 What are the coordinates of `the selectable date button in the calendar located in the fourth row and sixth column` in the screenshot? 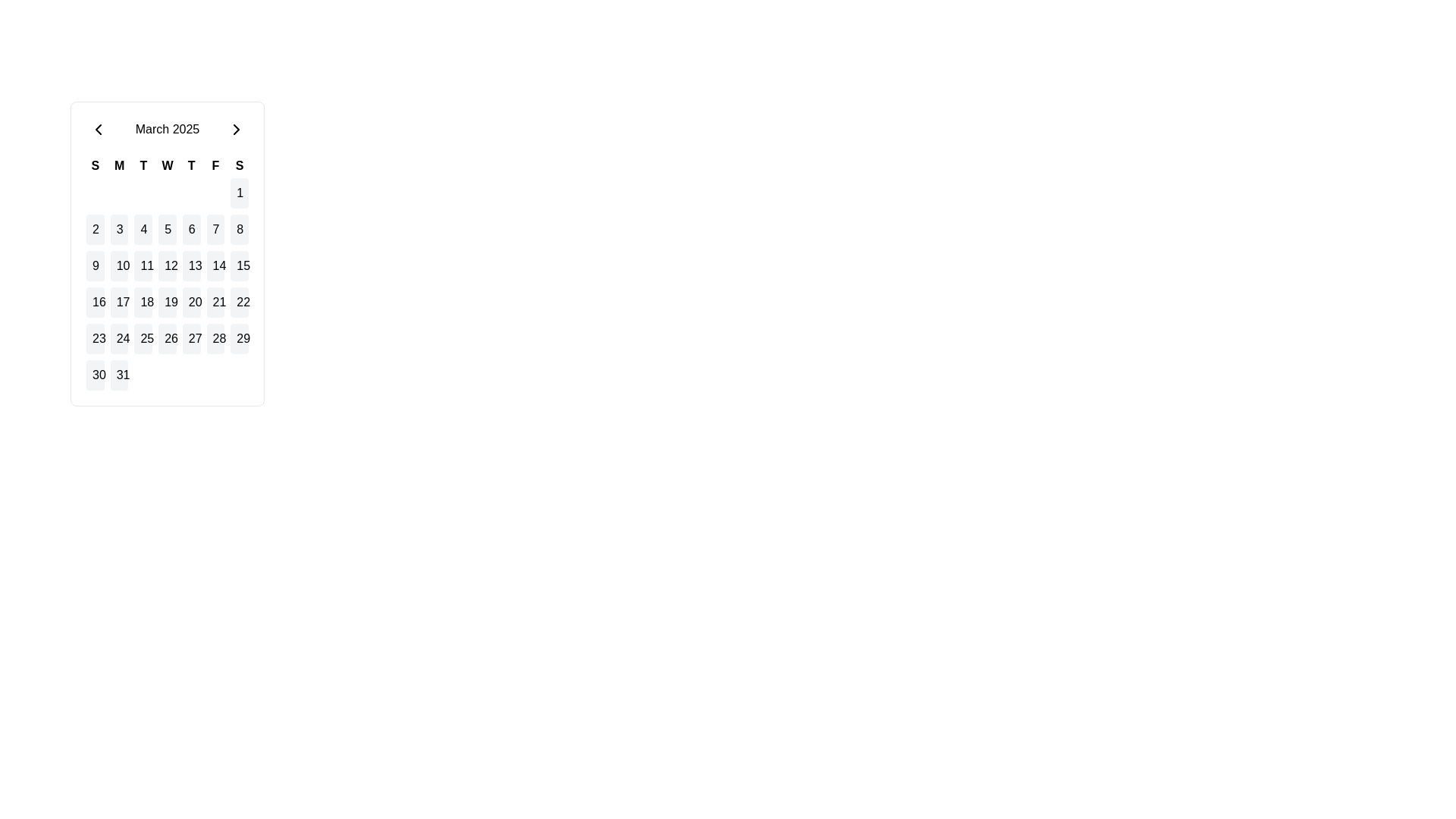 It's located at (215, 302).